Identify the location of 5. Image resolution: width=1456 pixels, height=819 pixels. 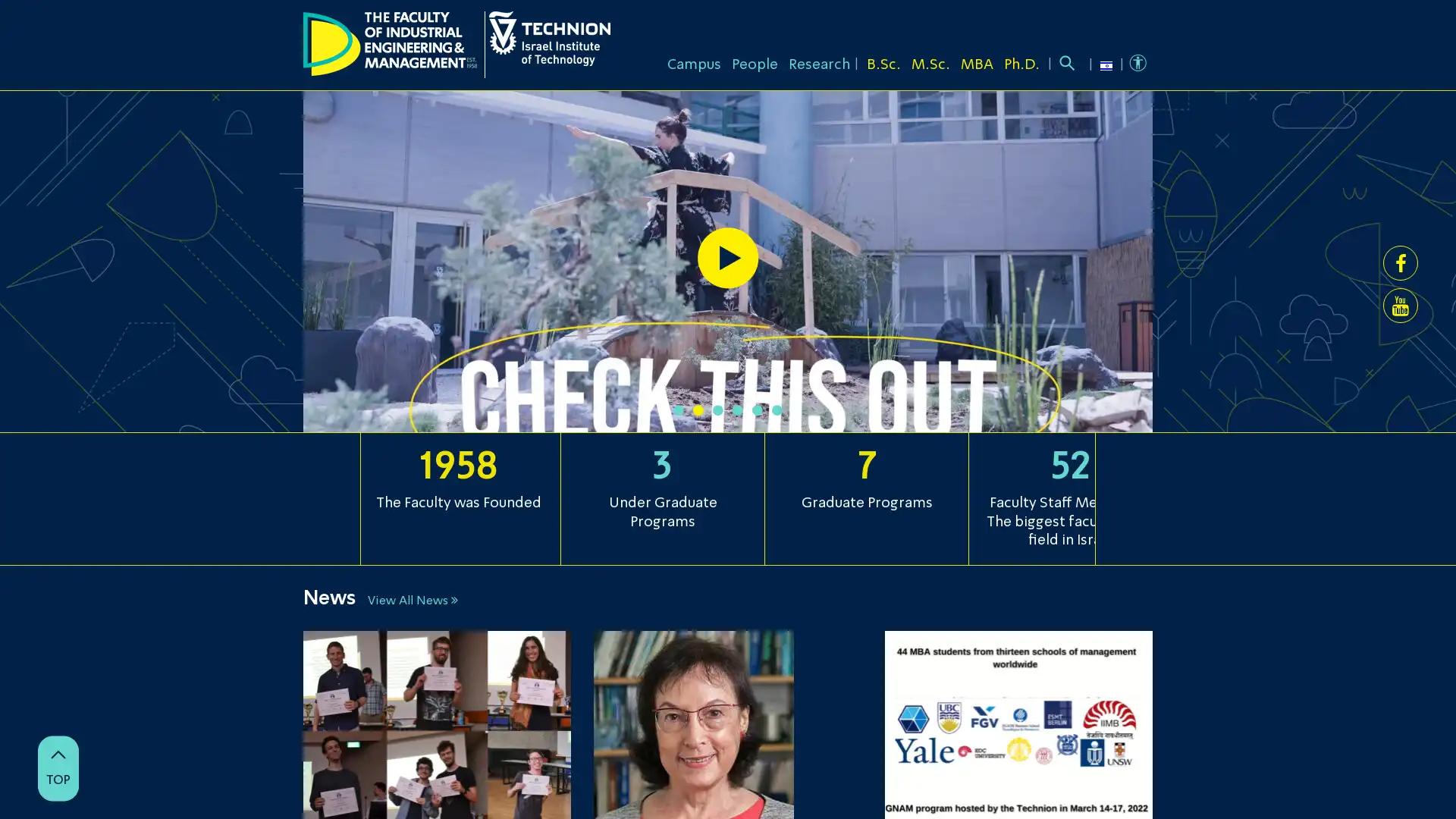
(757, 409).